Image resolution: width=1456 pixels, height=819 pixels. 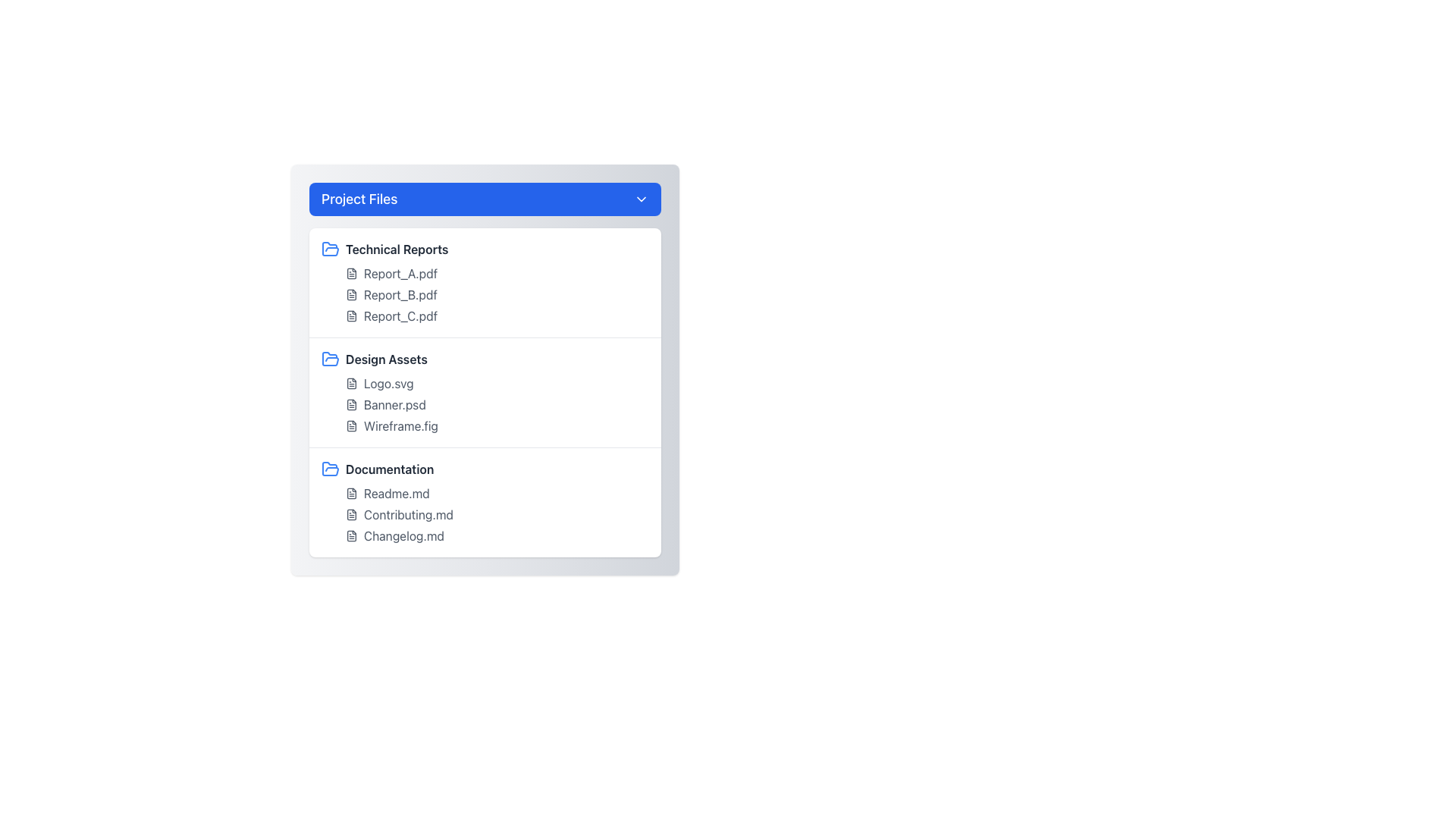 What do you see at coordinates (497, 494) in the screenshot?
I see `the list item indicating the presence of the file 'Readme.md'` at bounding box center [497, 494].